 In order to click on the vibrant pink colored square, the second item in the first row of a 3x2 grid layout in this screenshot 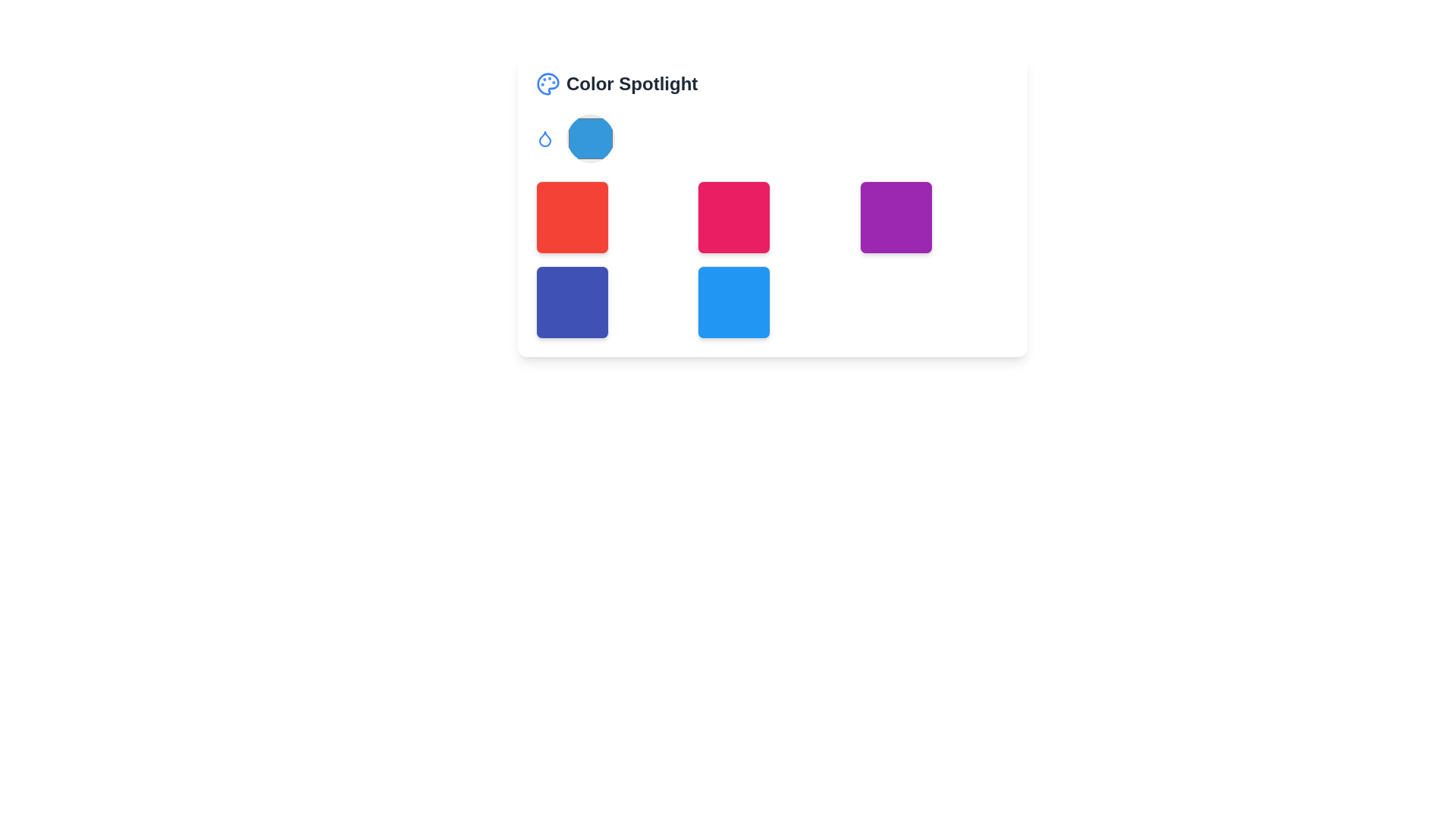, I will do `click(734, 217)`.